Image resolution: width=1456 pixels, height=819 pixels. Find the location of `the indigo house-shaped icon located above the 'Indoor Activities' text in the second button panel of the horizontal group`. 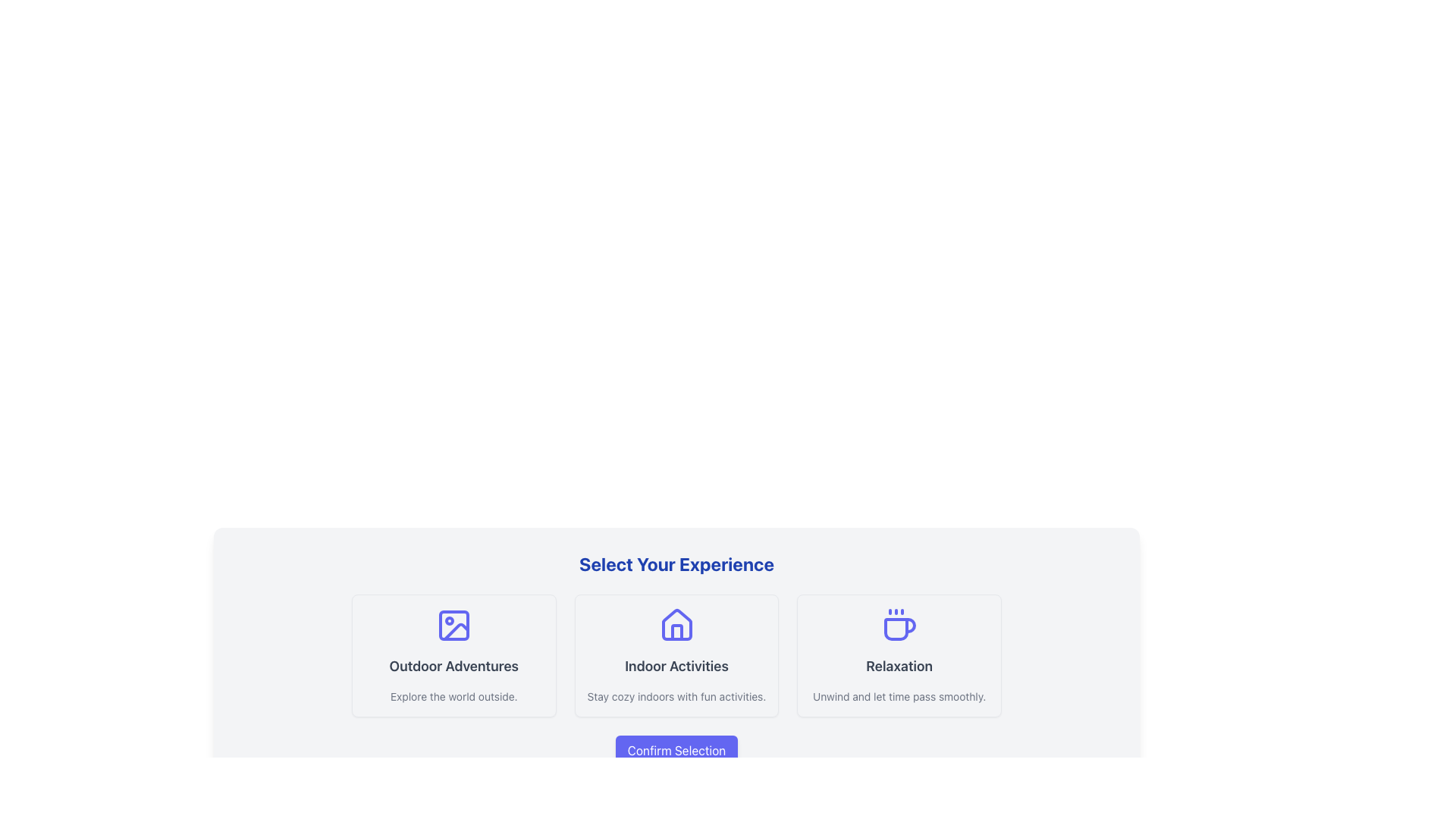

the indigo house-shaped icon located above the 'Indoor Activities' text in the second button panel of the horizontal group is located at coordinates (676, 626).